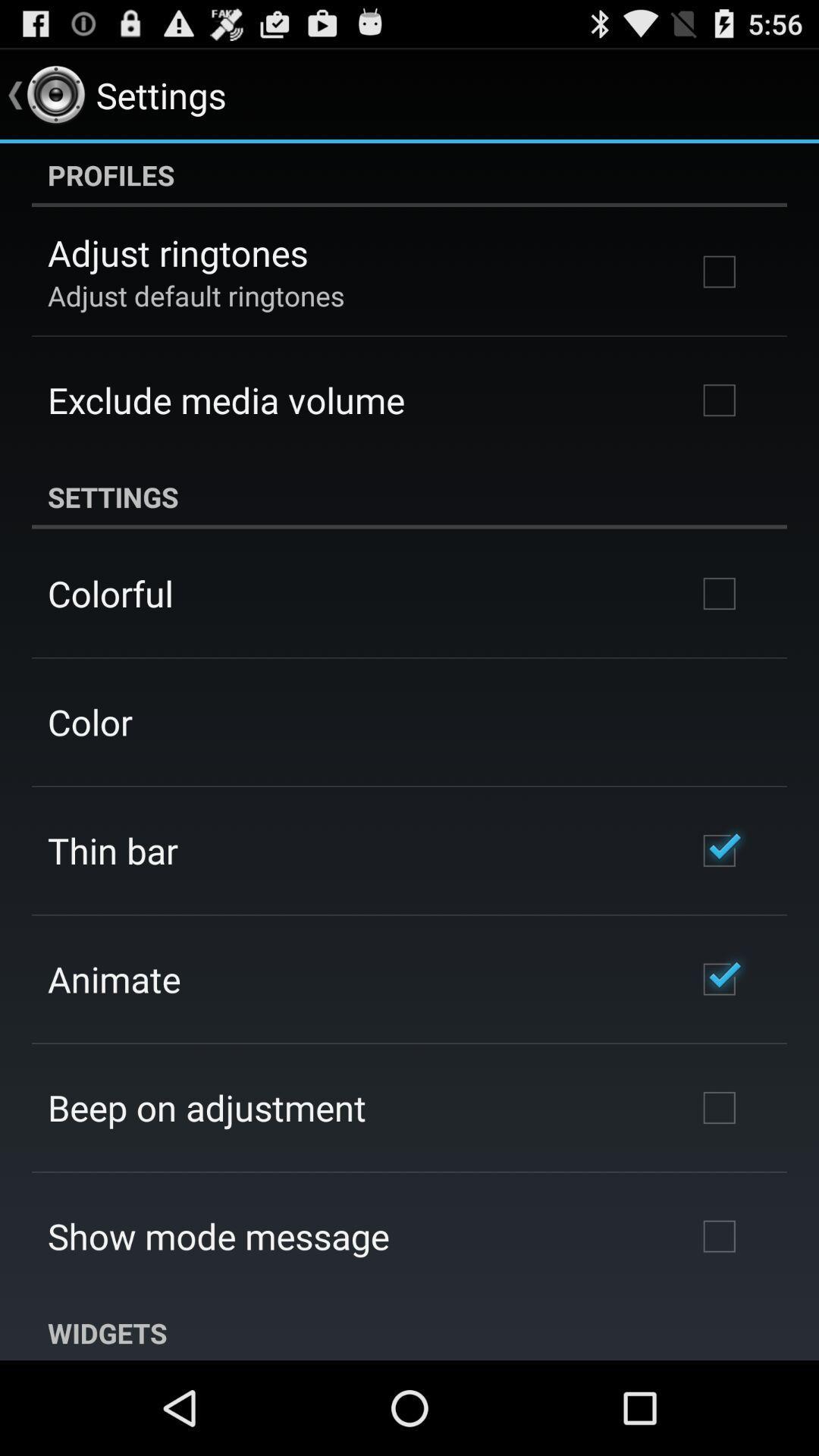 This screenshot has width=819, height=1456. What do you see at coordinates (111, 850) in the screenshot?
I see `icon above the animate` at bounding box center [111, 850].